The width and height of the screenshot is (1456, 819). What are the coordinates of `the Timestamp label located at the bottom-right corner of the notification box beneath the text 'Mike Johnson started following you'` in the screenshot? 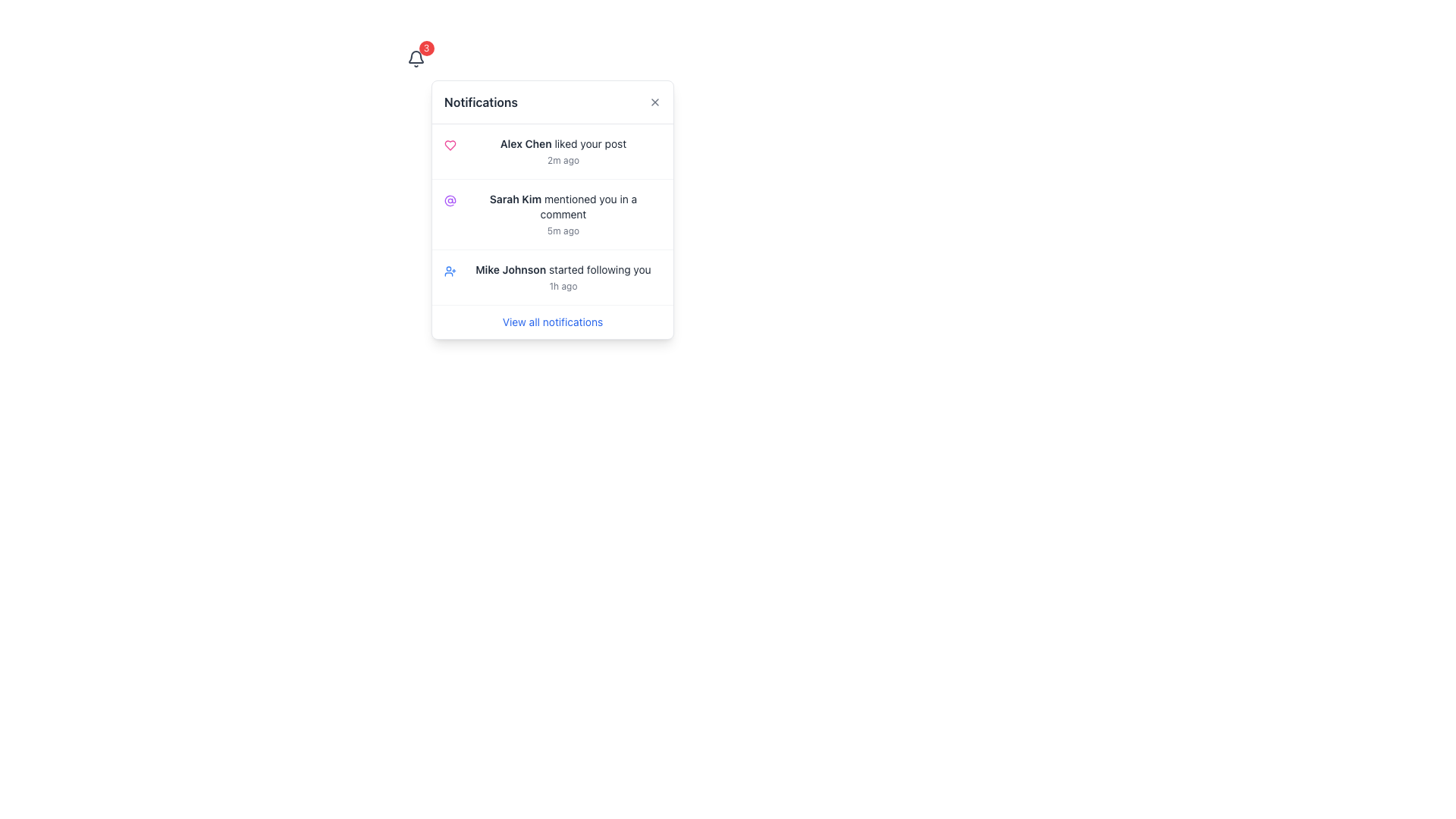 It's located at (563, 287).